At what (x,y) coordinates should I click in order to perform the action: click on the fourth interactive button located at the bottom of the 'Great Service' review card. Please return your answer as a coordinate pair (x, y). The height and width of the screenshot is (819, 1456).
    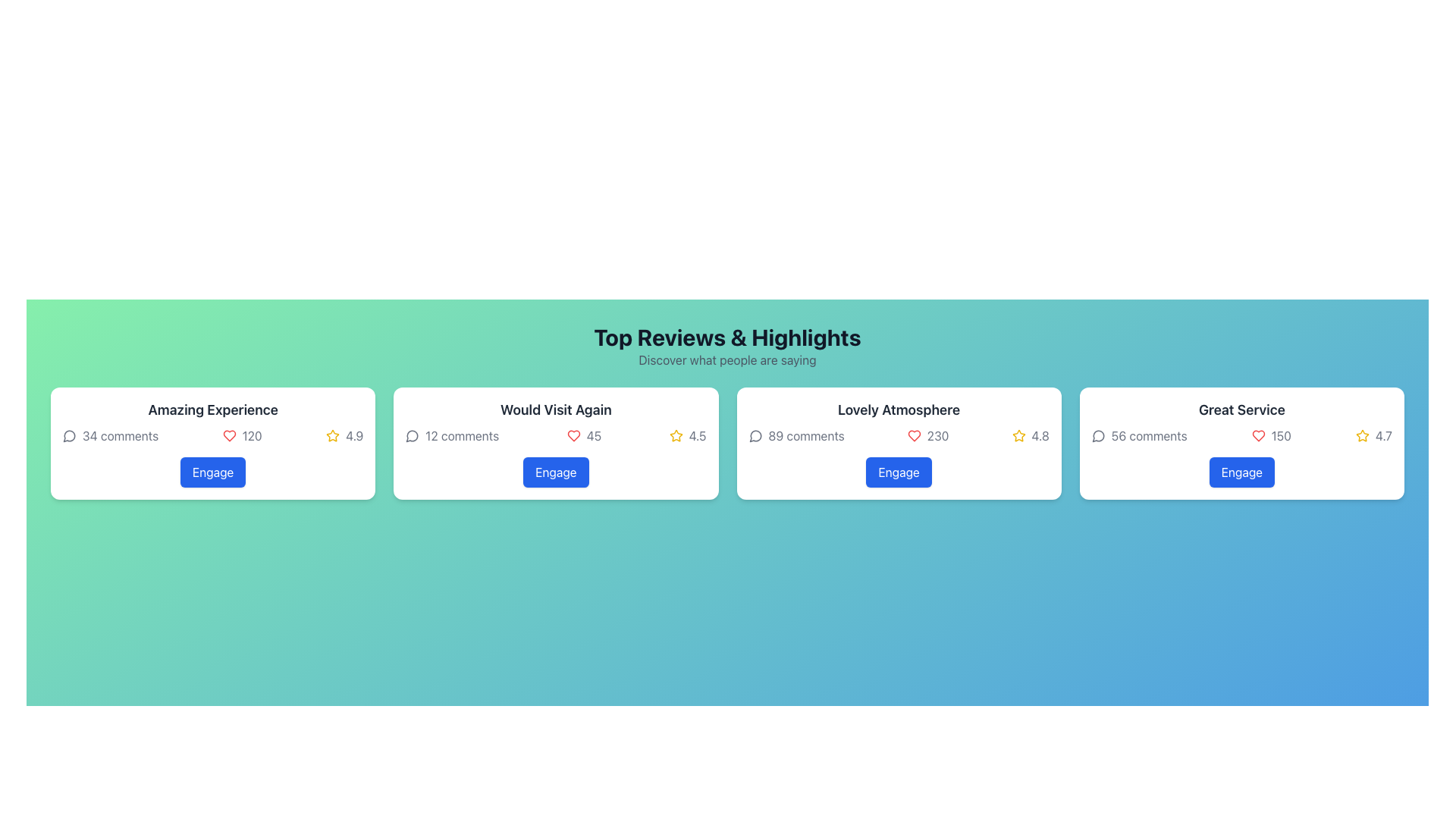
    Looking at the image, I should click on (1241, 472).